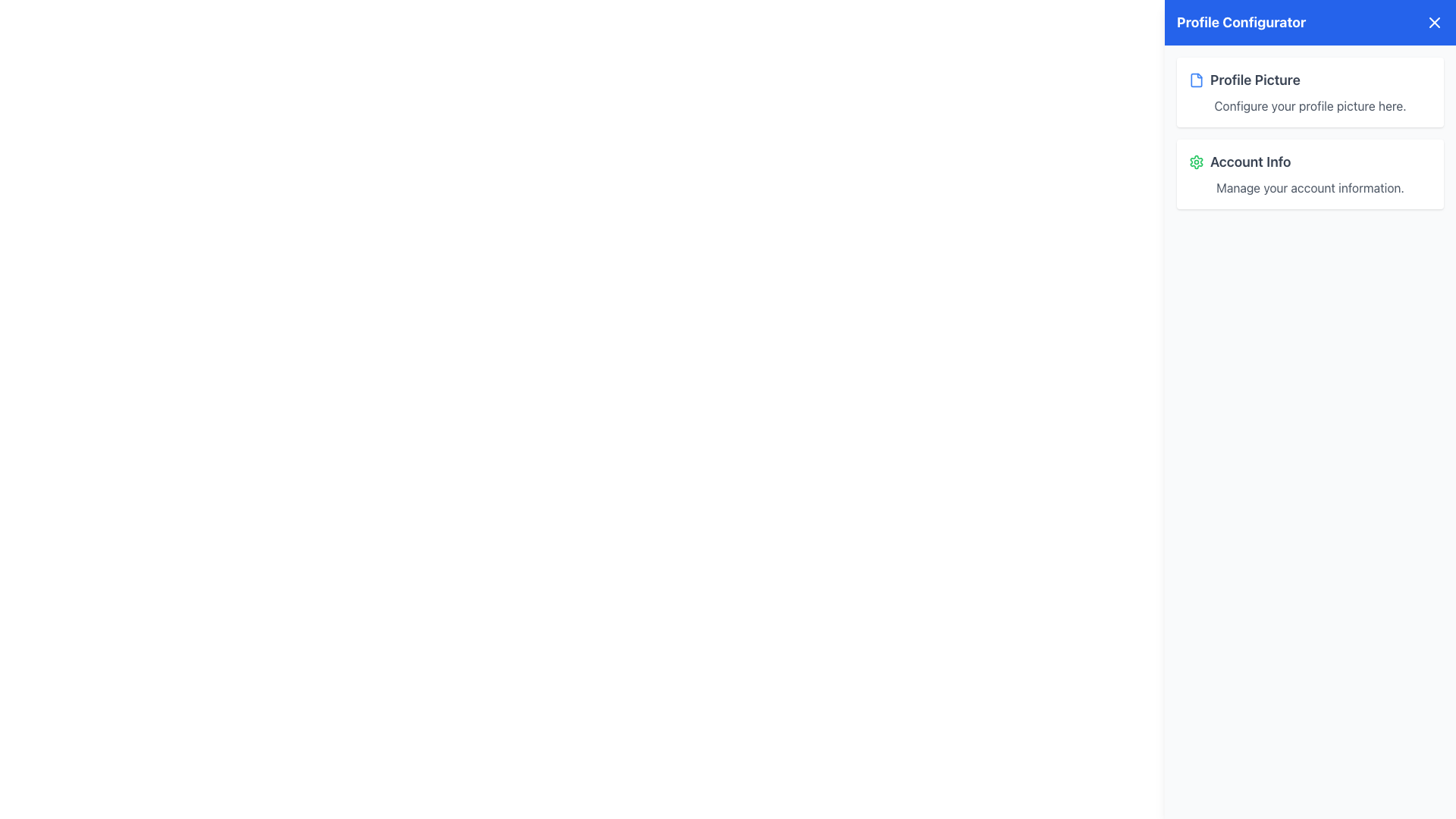 The height and width of the screenshot is (819, 1456). What do you see at coordinates (1433, 23) in the screenshot?
I see `the close button located at the top-right corner of the 'Profile Configurator' header` at bounding box center [1433, 23].